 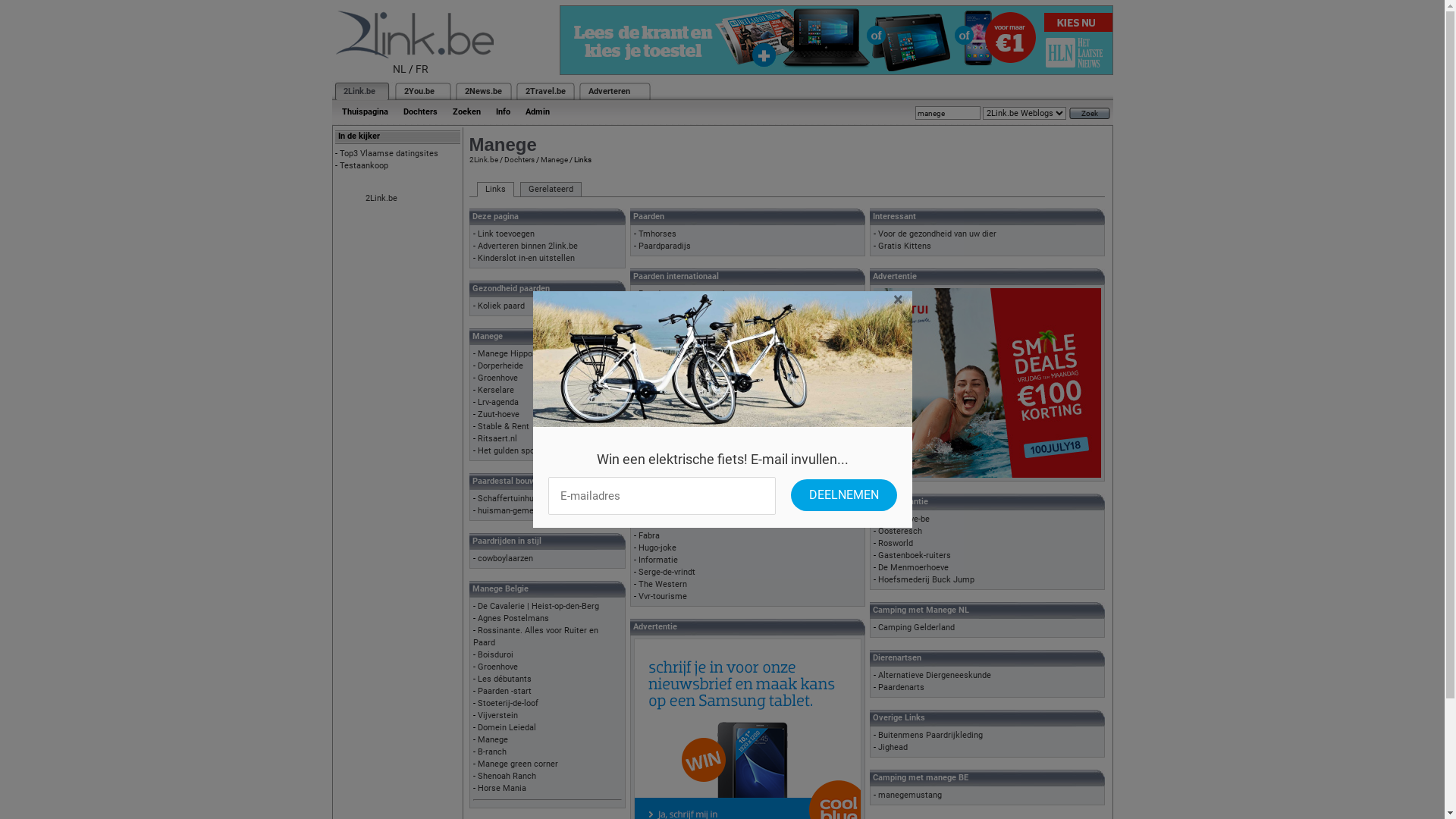 What do you see at coordinates (476, 450) in the screenshot?
I see `'Het gulden spoor'` at bounding box center [476, 450].